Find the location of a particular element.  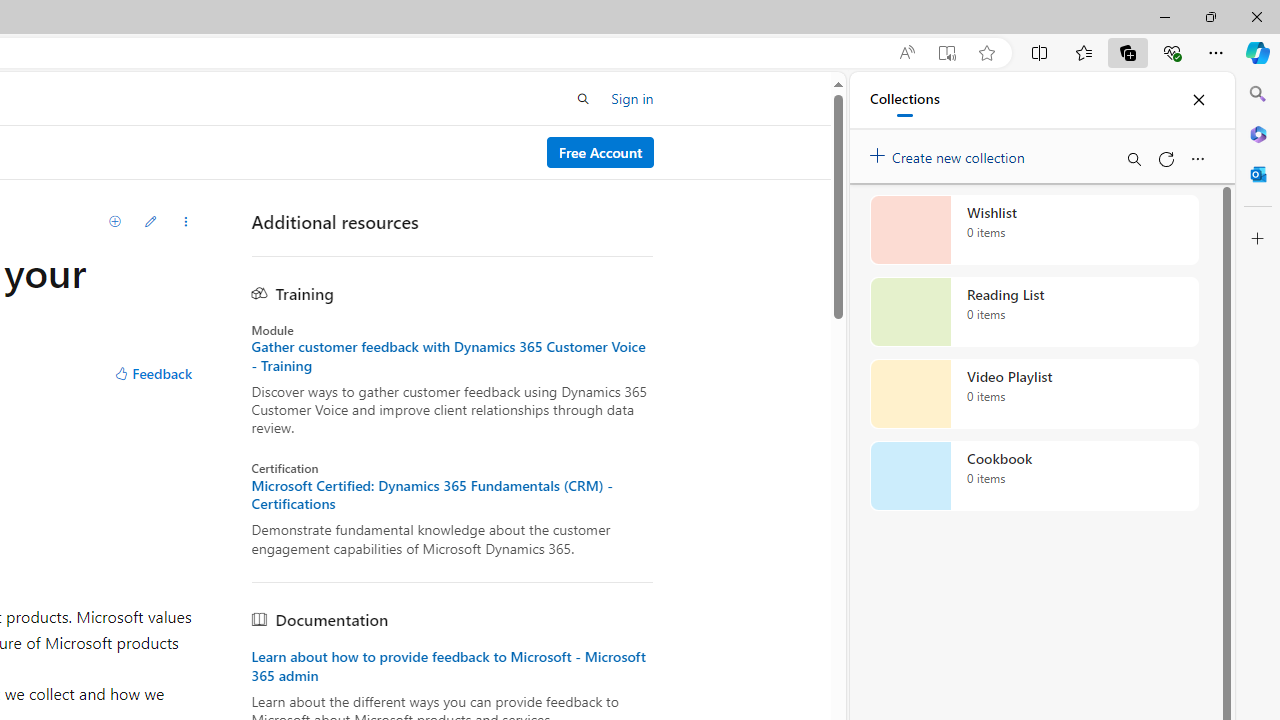

'Video Playlist collection, 0 items' is located at coordinates (1034, 394).